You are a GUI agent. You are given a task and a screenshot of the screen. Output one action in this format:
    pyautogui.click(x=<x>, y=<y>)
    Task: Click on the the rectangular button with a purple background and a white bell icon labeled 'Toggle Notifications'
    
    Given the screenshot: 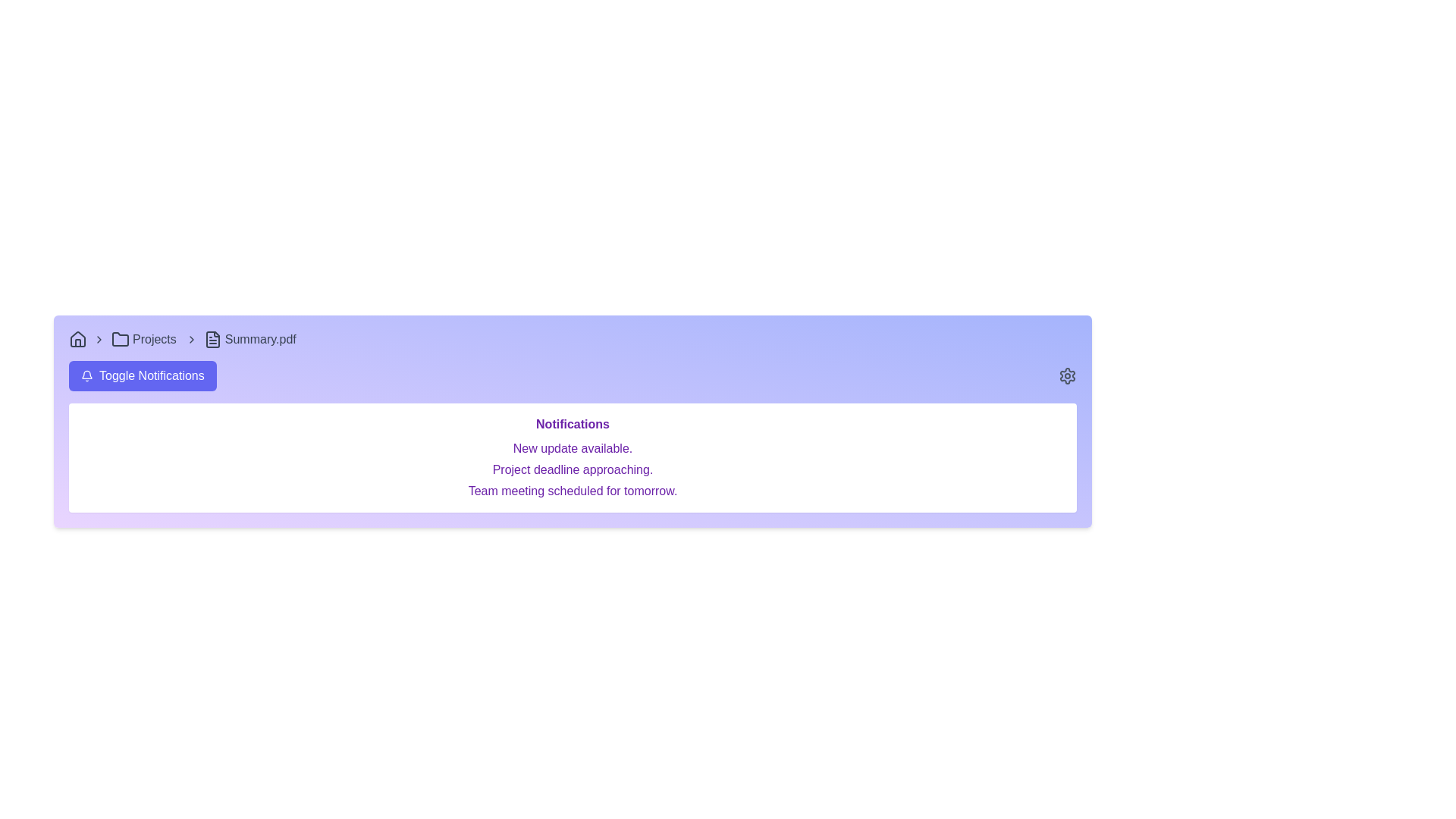 What is the action you would take?
    pyautogui.click(x=143, y=375)
    